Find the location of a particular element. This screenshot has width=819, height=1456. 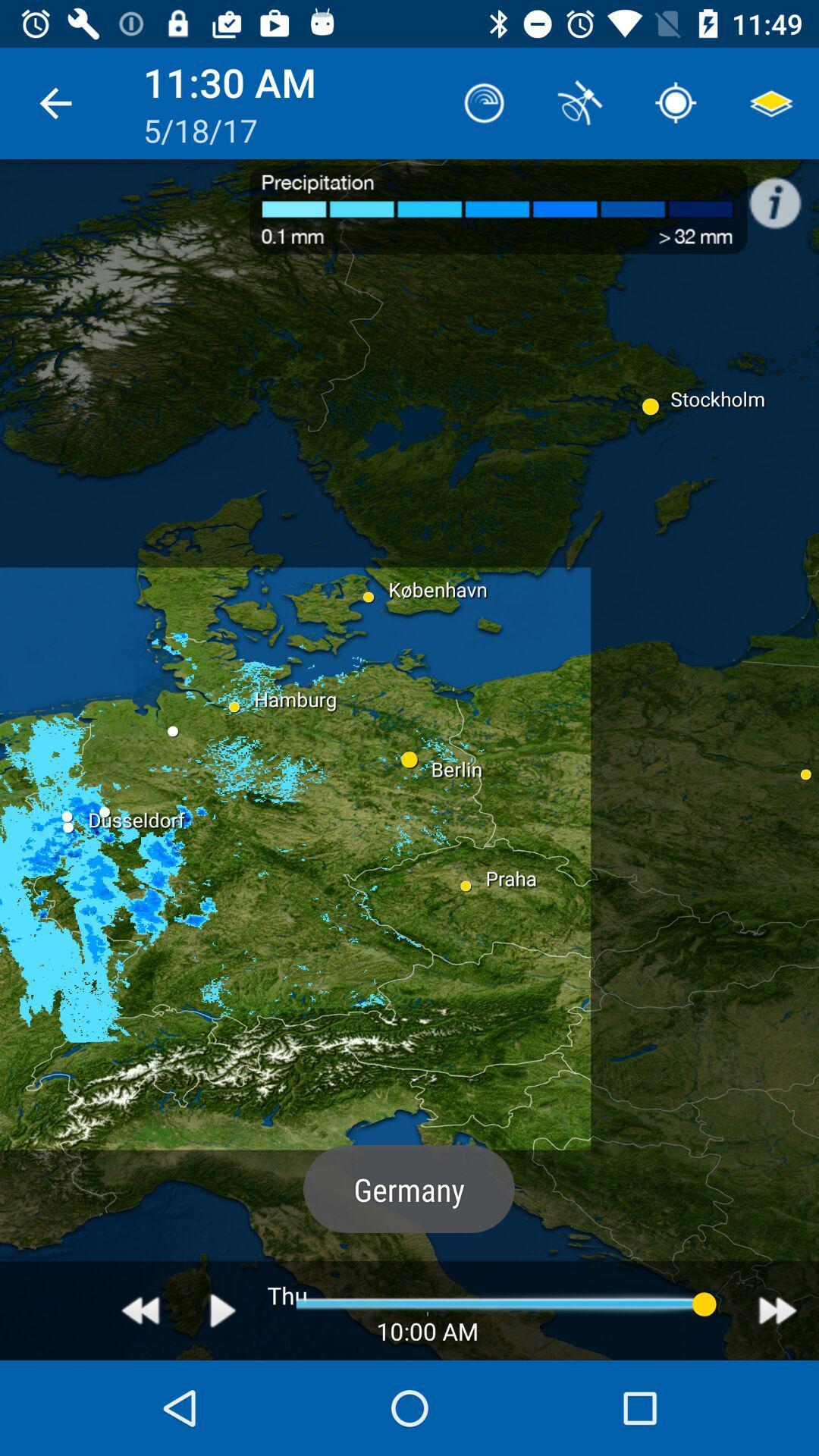

start time-lapse is located at coordinates (223, 1310).